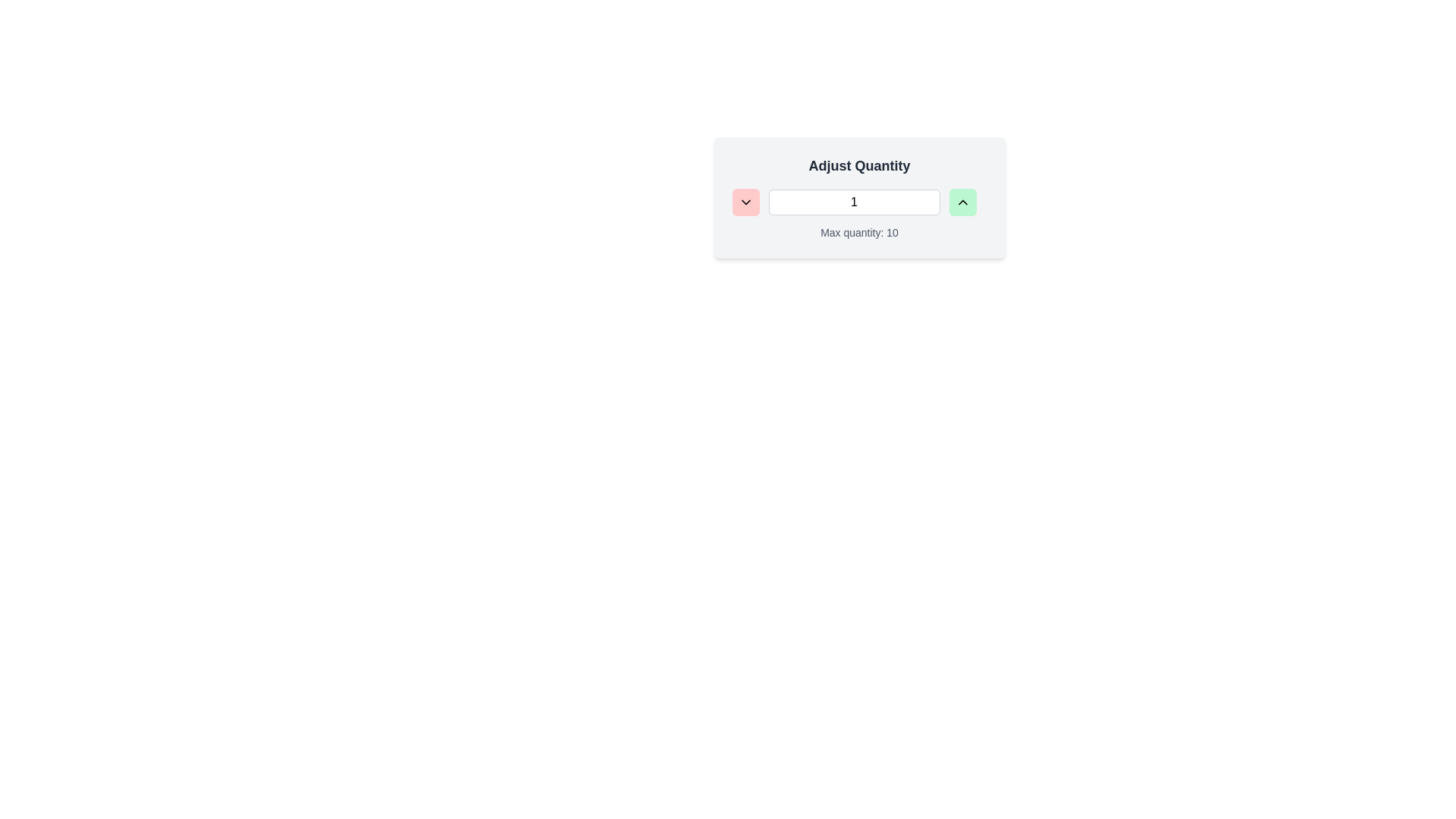 The height and width of the screenshot is (819, 1456). What do you see at coordinates (962, 201) in the screenshot?
I see `the chevron-up icon within the green button` at bounding box center [962, 201].